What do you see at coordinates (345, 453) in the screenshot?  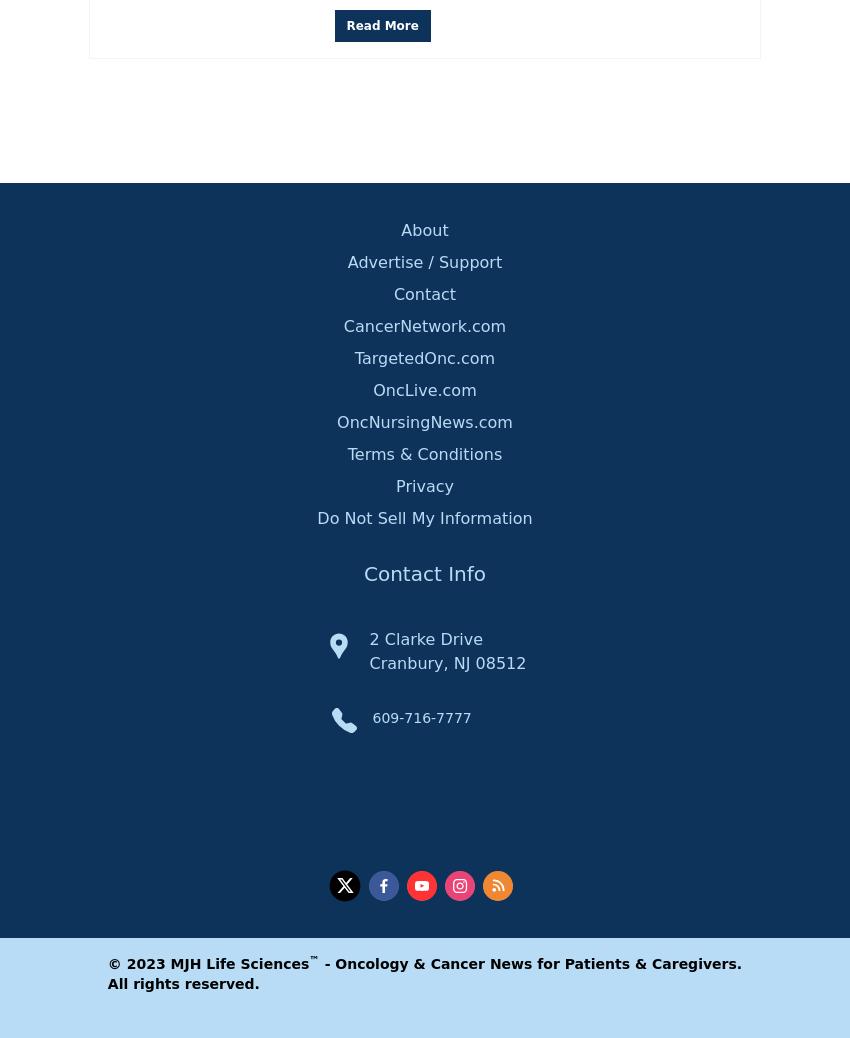 I see `'Terms & Conditions'` at bounding box center [345, 453].